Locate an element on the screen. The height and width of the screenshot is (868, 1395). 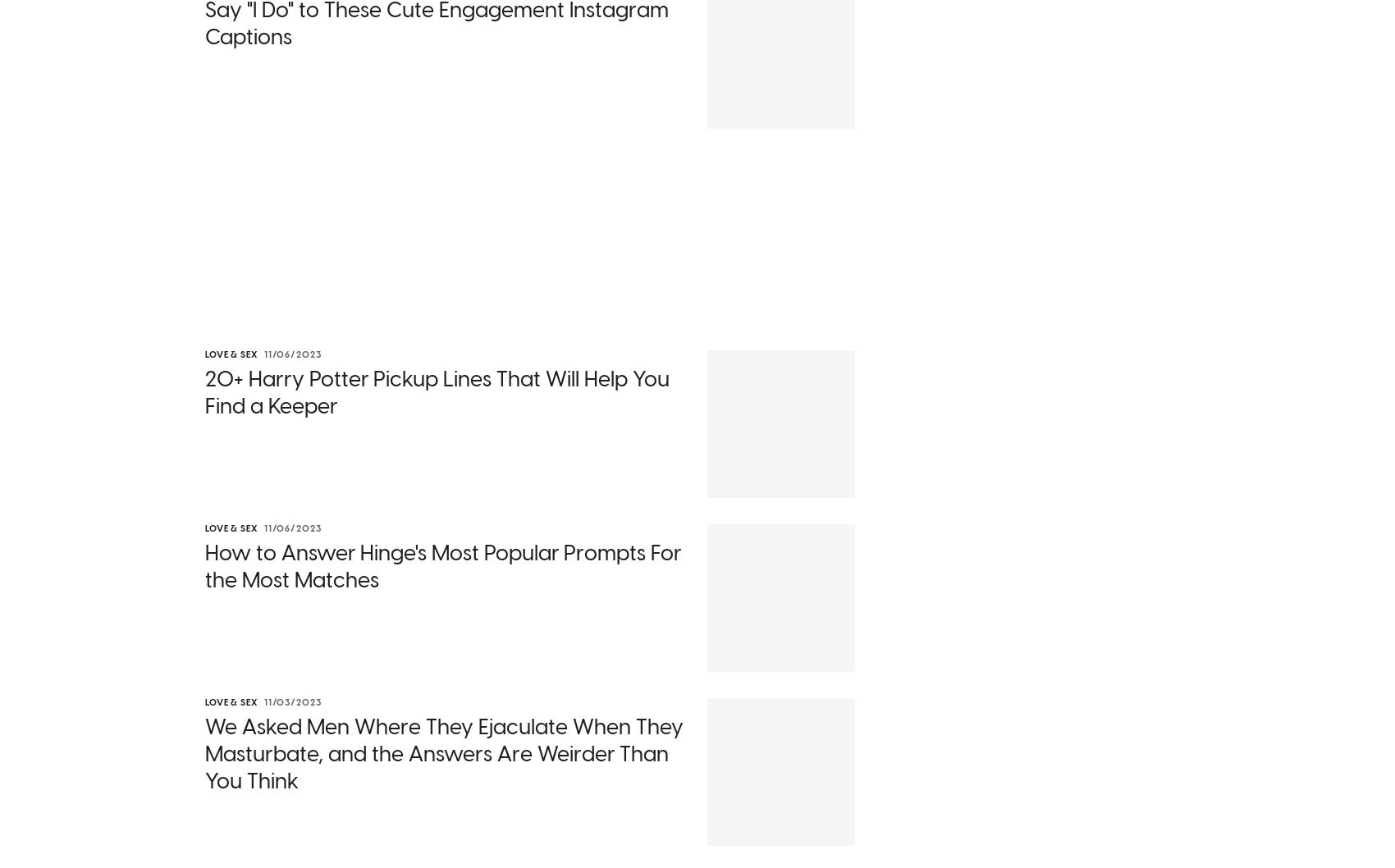
'low-income families or families in which the primary parent is in school. Usually, children qualify to go to daycare centers that are also state or federally funded; however, even still, there can be long waiting lists in some areas, and subsidies don't always cover the total cost of childcare.' is located at coordinates (519, 642).